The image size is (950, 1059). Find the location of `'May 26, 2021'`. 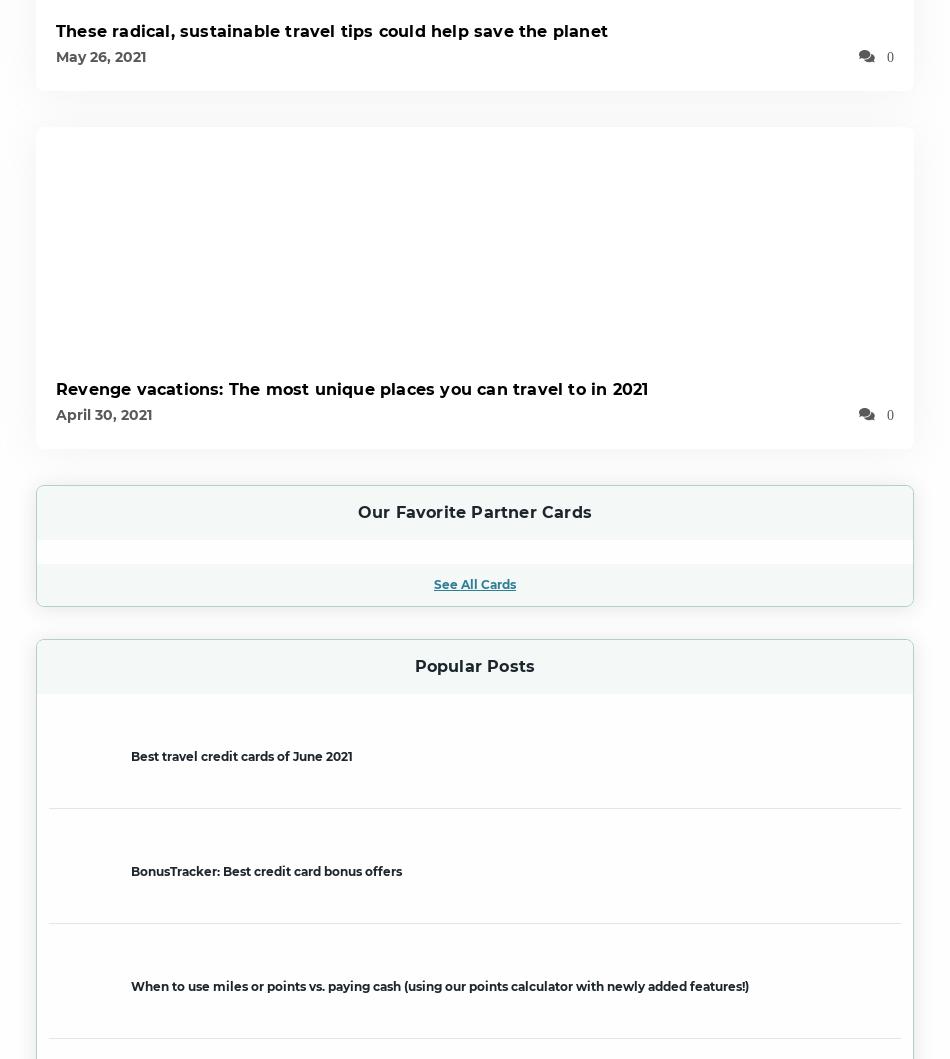

'May 26, 2021' is located at coordinates (100, 56).